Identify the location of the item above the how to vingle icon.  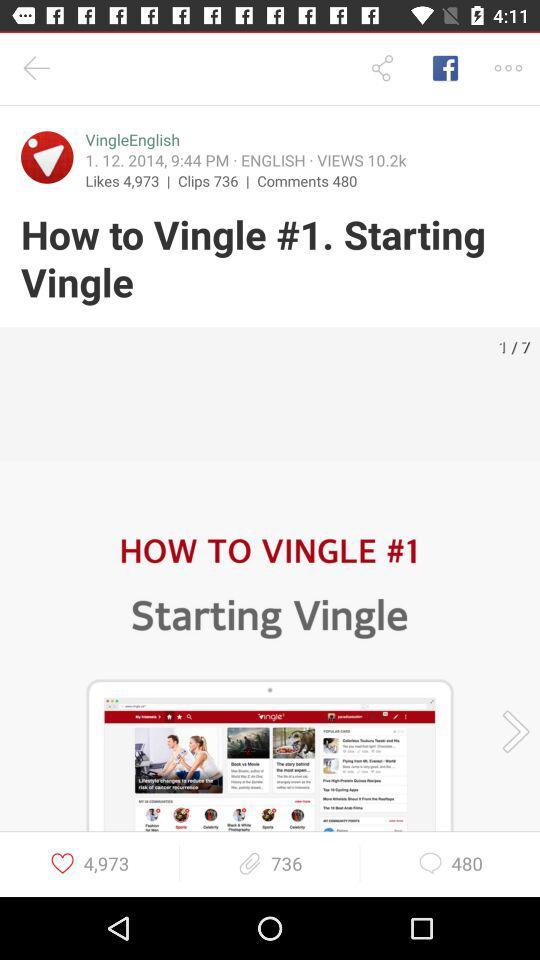
(307, 179).